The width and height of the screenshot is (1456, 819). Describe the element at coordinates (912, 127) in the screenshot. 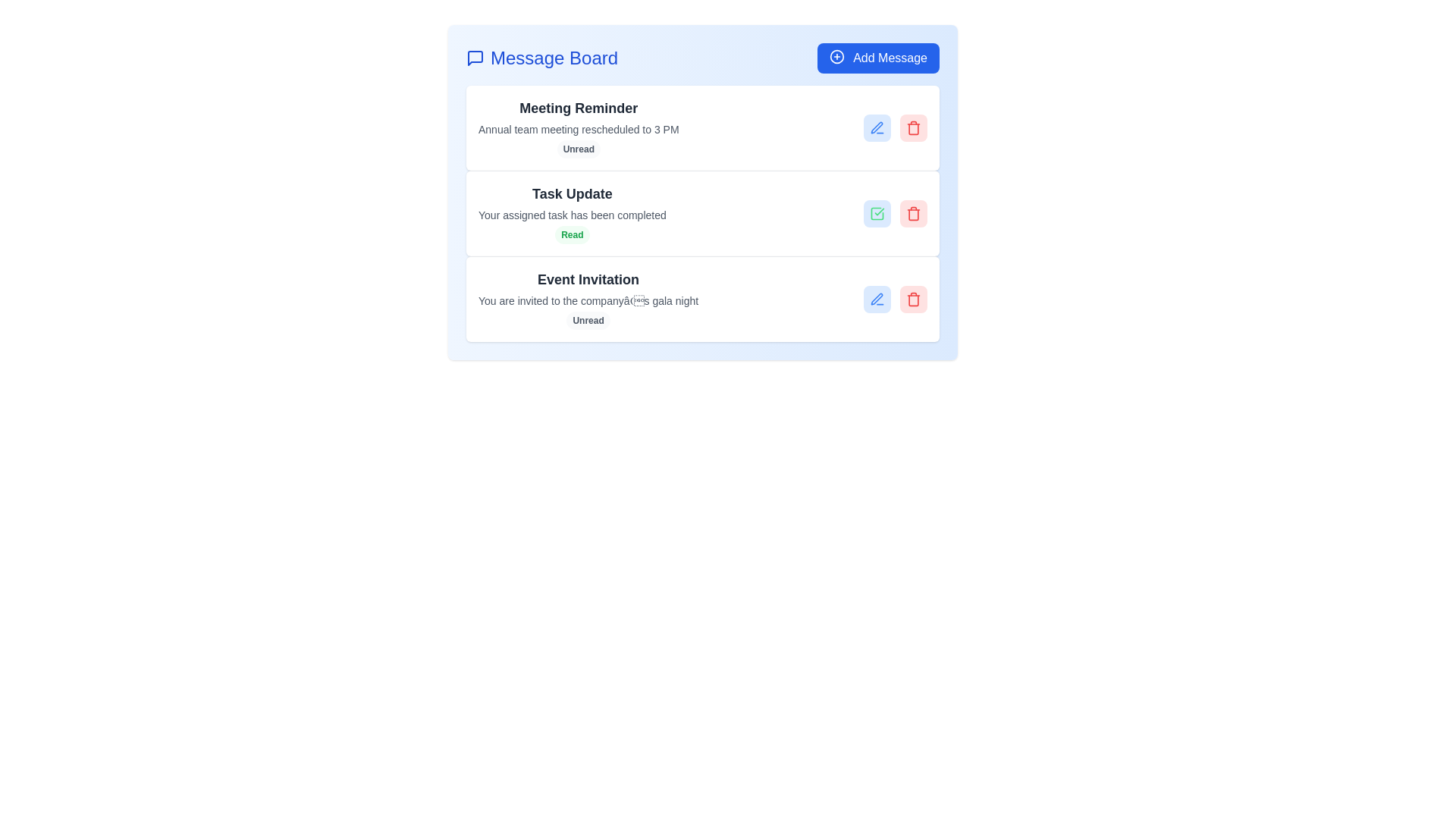

I see `the body of the trash icon represented as a Vector graphic component within the SVG icon in the Message Board interface` at that location.